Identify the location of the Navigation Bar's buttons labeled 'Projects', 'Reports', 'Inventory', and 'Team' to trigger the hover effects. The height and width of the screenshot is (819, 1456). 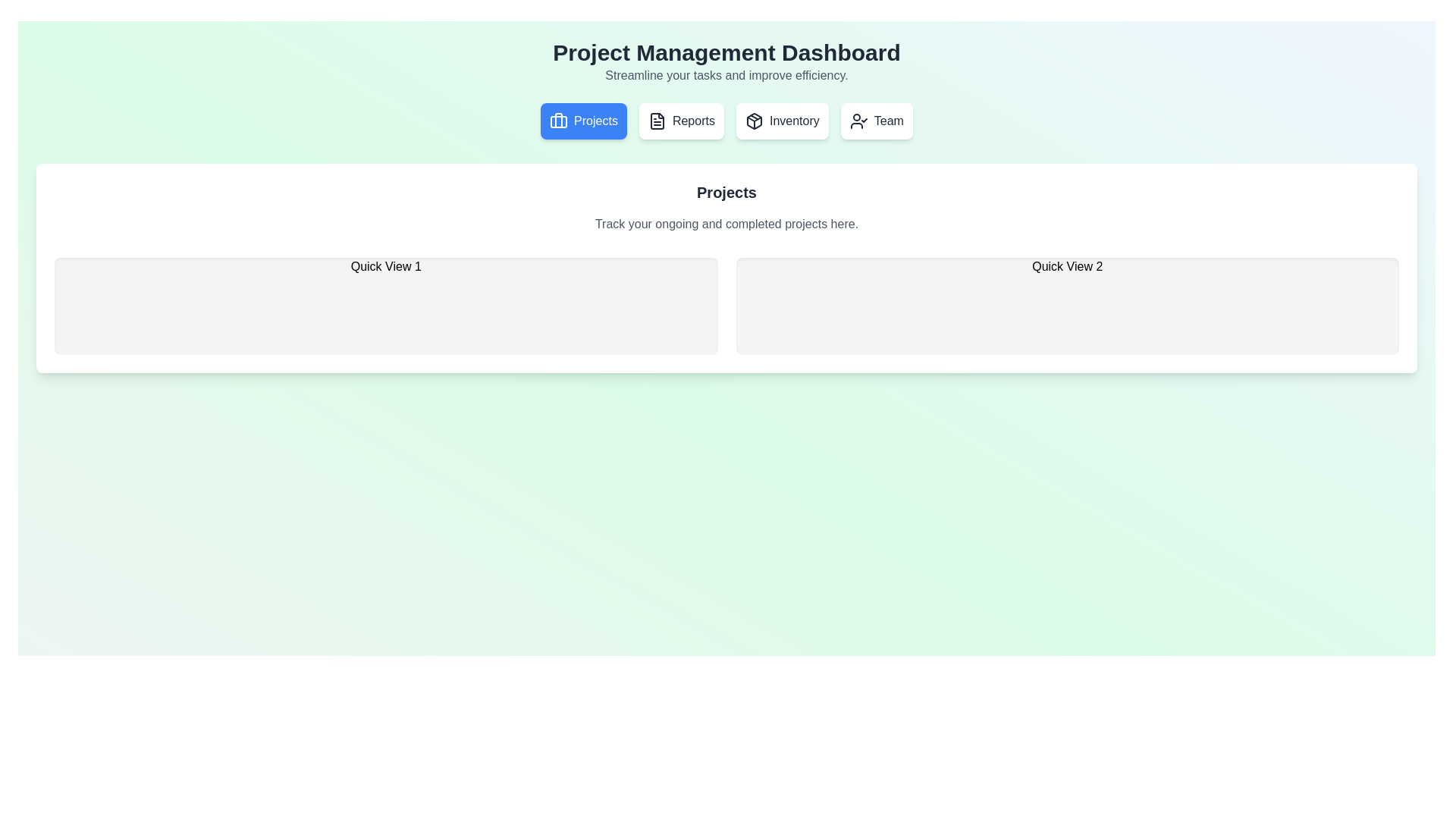
(726, 120).